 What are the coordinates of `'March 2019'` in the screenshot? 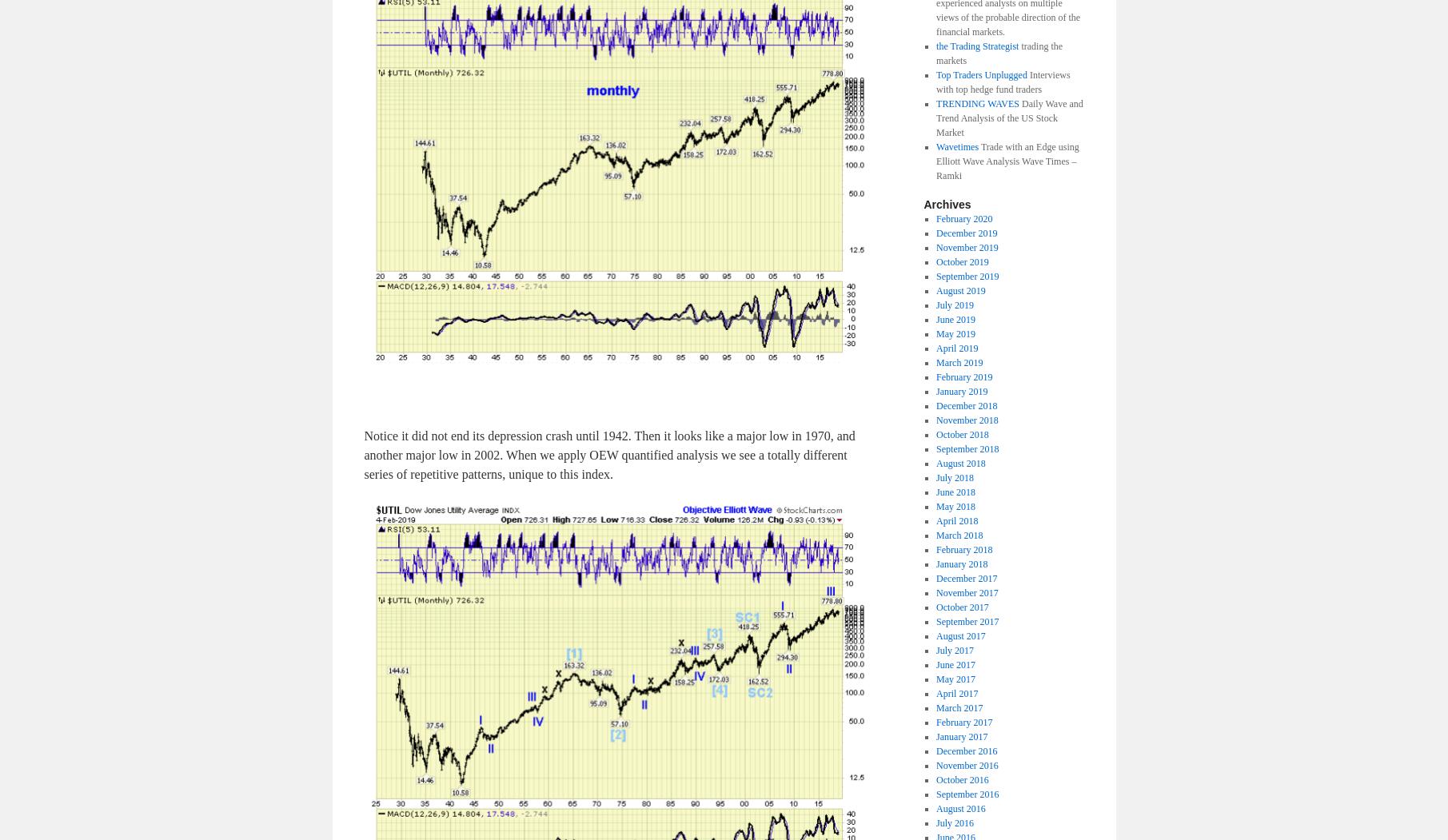 It's located at (958, 360).